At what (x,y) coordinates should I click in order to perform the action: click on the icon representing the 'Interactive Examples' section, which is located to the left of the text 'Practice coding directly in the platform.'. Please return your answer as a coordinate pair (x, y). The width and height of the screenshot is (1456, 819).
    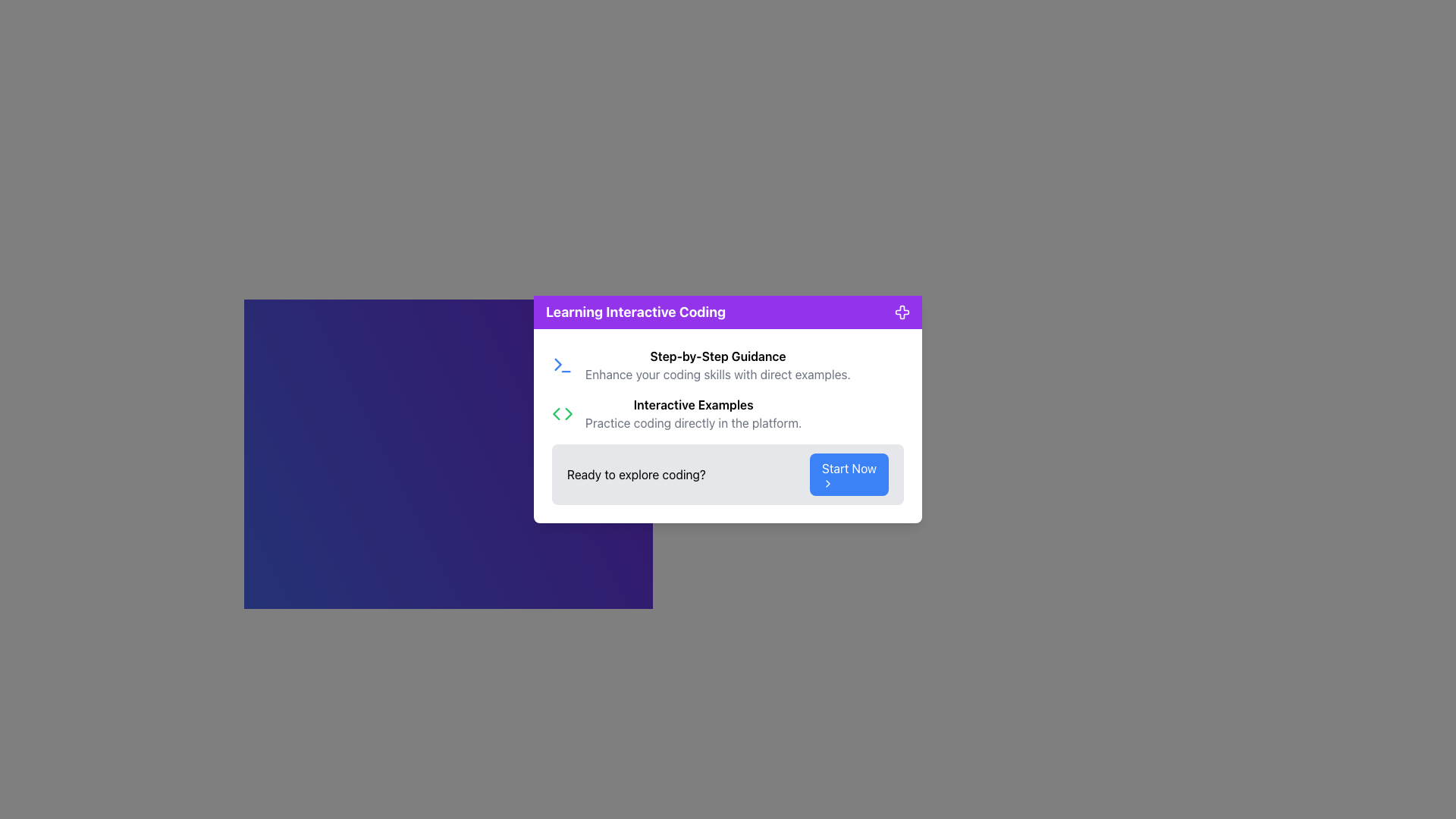
    Looking at the image, I should click on (562, 414).